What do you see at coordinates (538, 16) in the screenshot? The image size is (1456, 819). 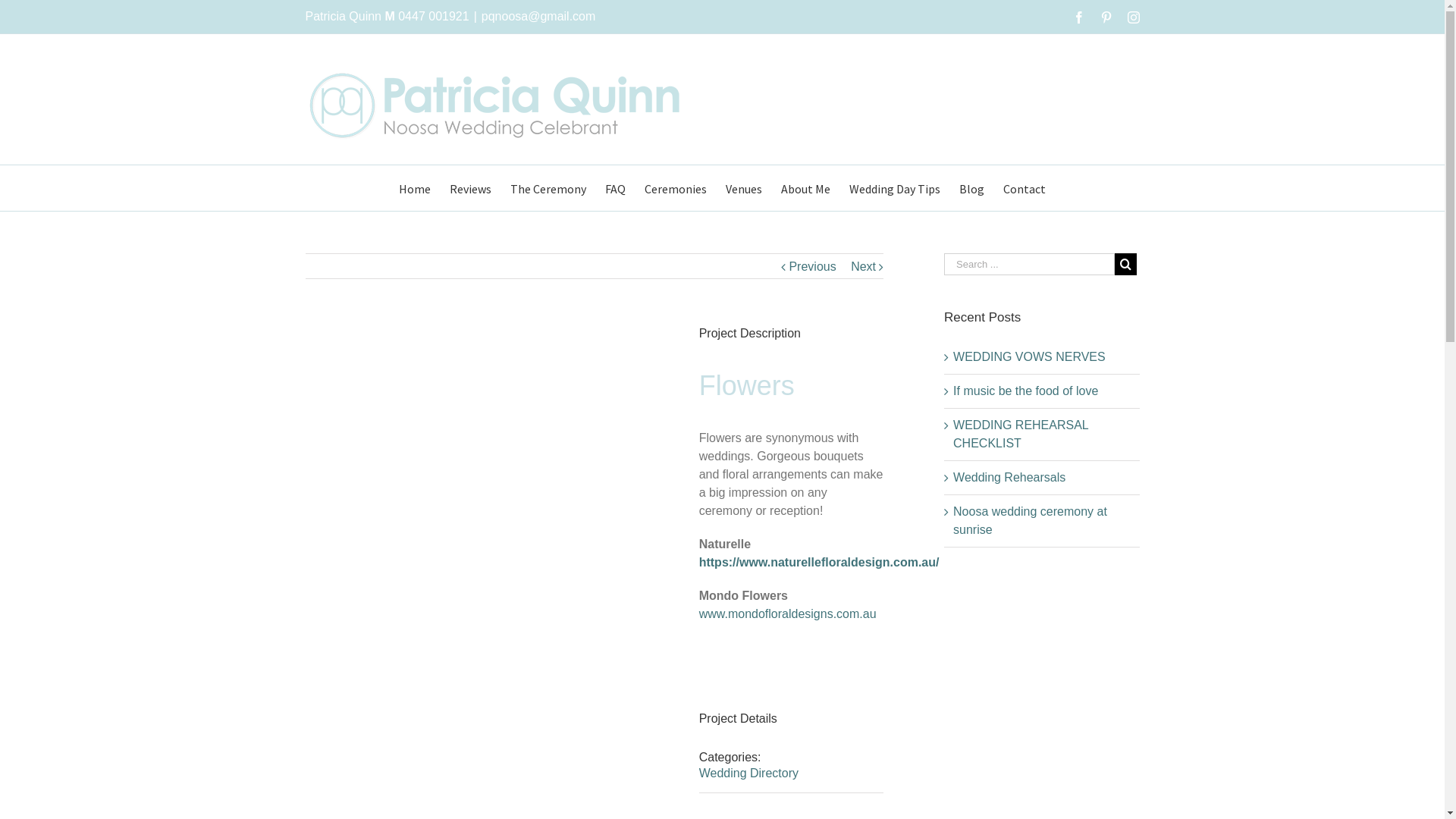 I see `'pqnoosa@gmail.com'` at bounding box center [538, 16].